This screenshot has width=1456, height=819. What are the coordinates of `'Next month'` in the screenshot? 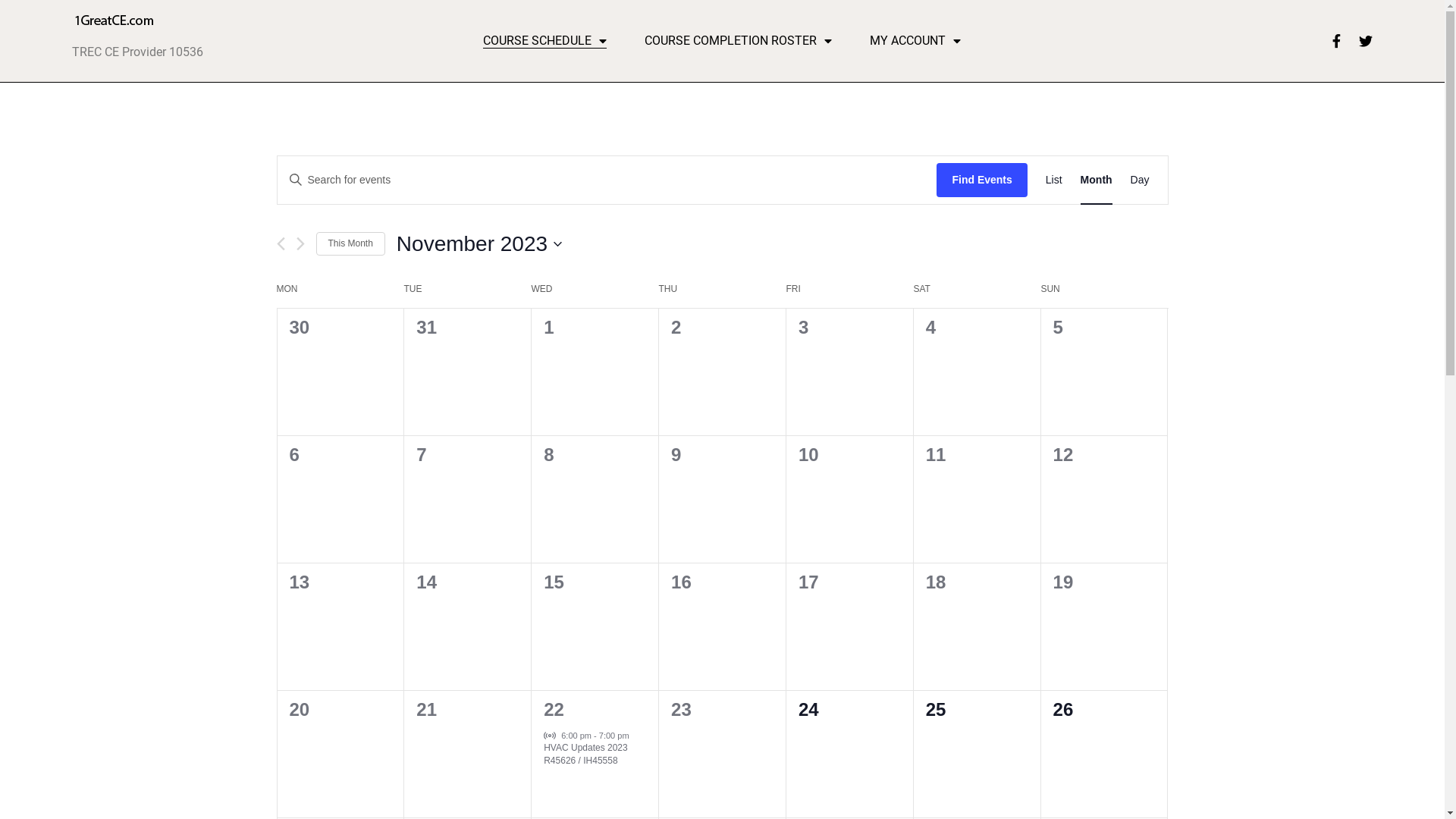 It's located at (300, 243).